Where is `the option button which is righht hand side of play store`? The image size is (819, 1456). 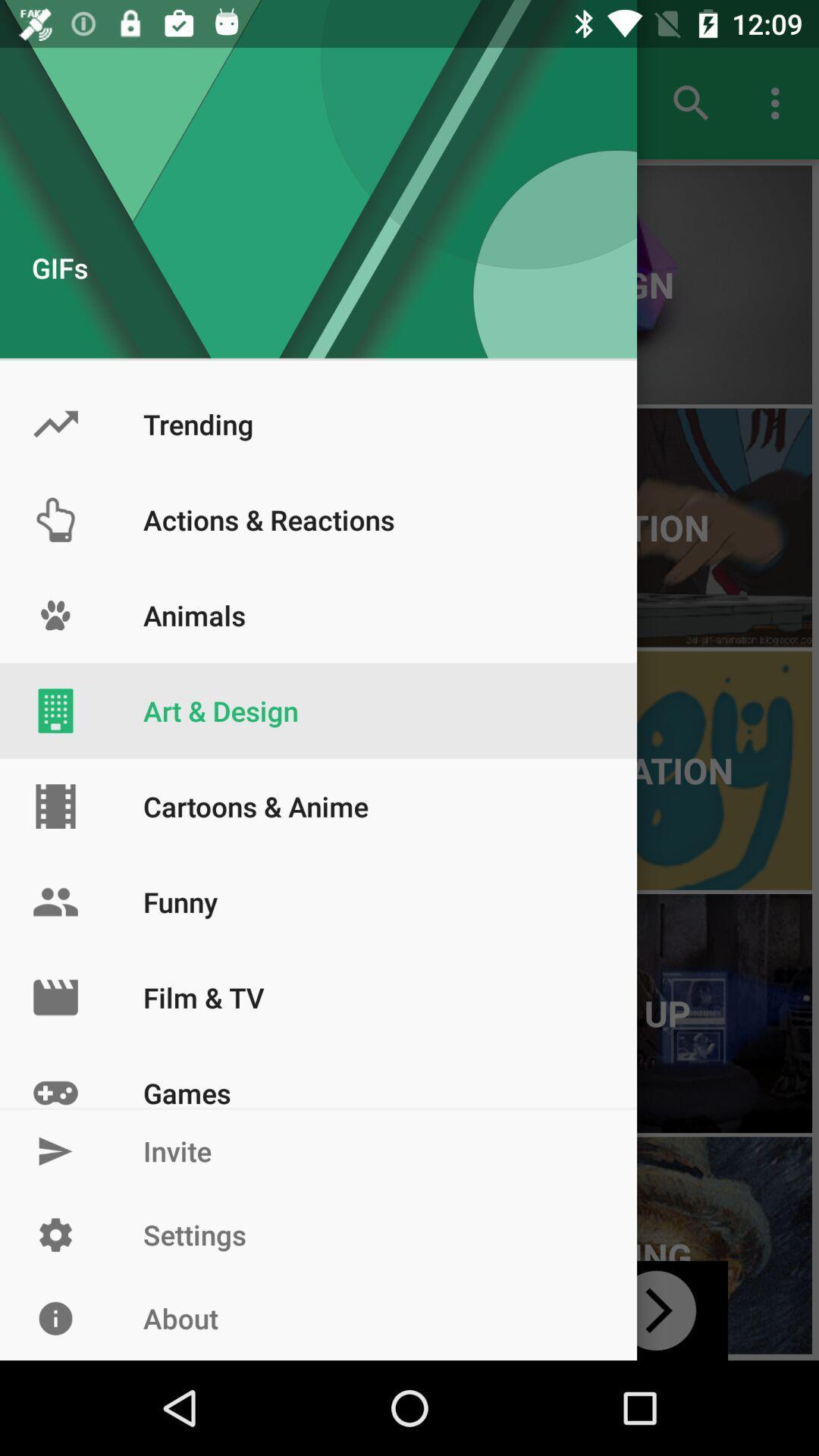
the option button which is righht hand side of play store is located at coordinates (779, 103).